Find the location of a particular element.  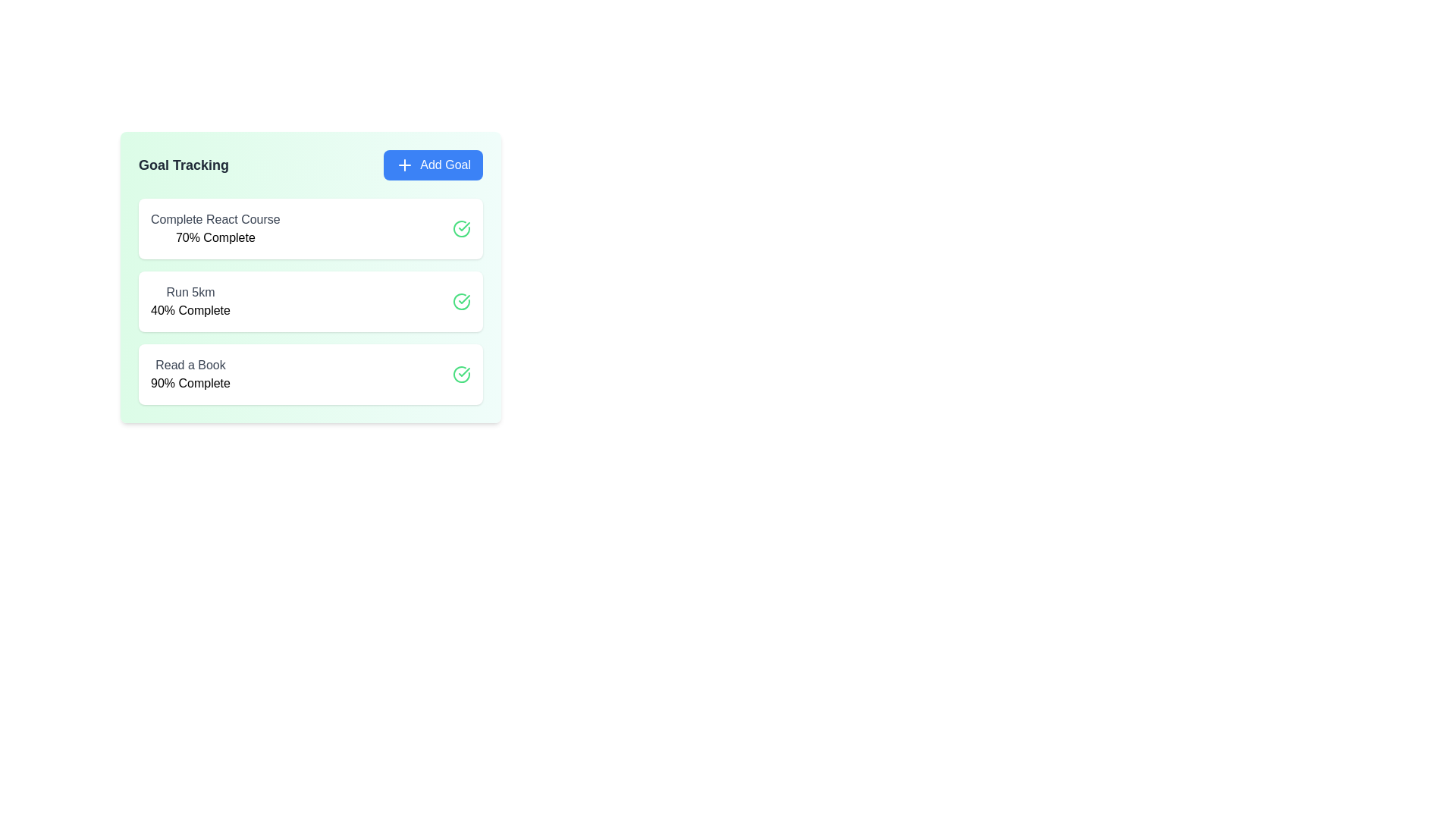

the plus sign icon inside the blue 'Add Goal' button located at the top-right corner of the goal tracking area is located at coordinates (405, 165).